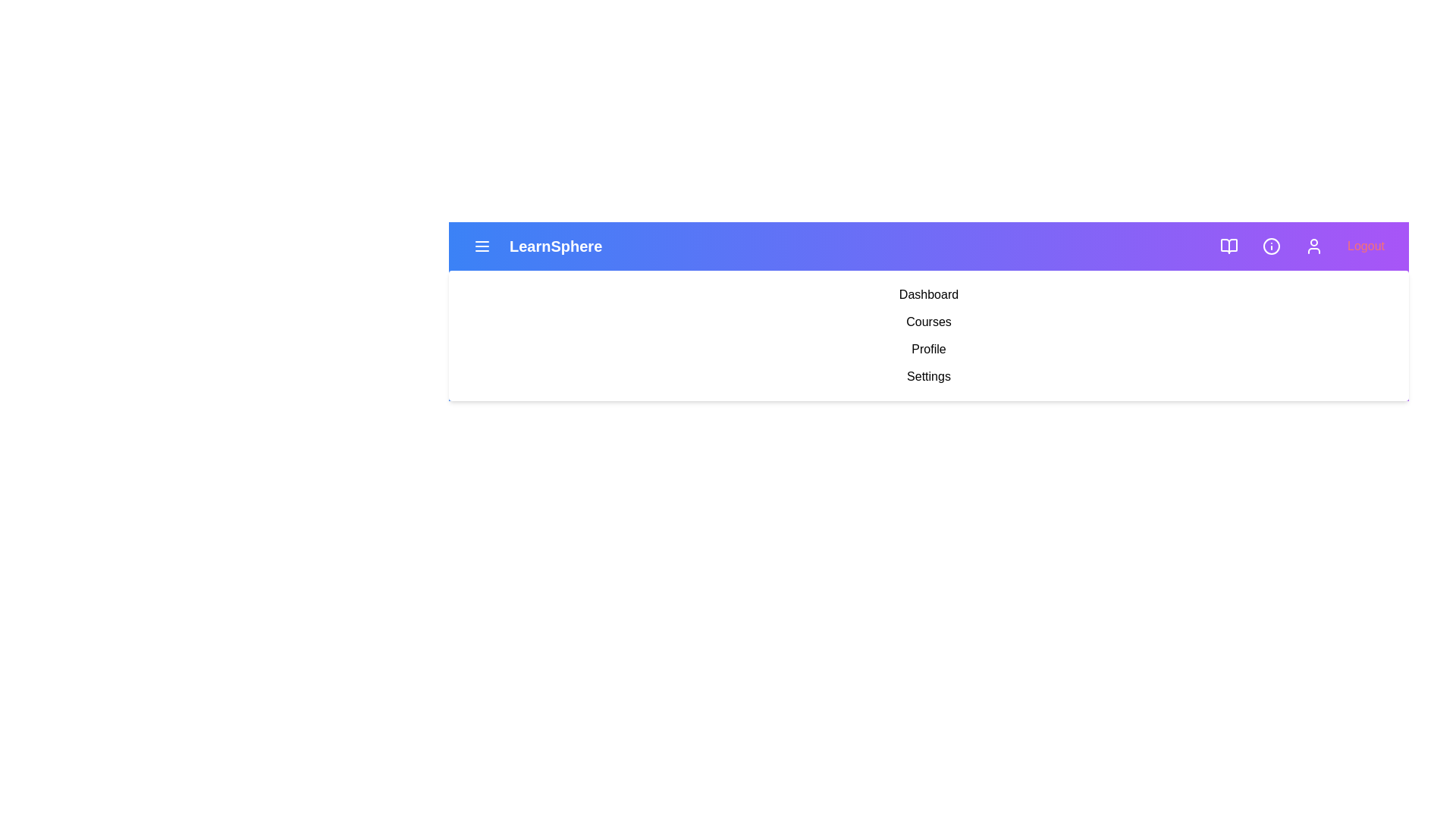 The width and height of the screenshot is (1456, 819). What do you see at coordinates (1229, 245) in the screenshot?
I see `the BookOpen icon in the navigation bar` at bounding box center [1229, 245].